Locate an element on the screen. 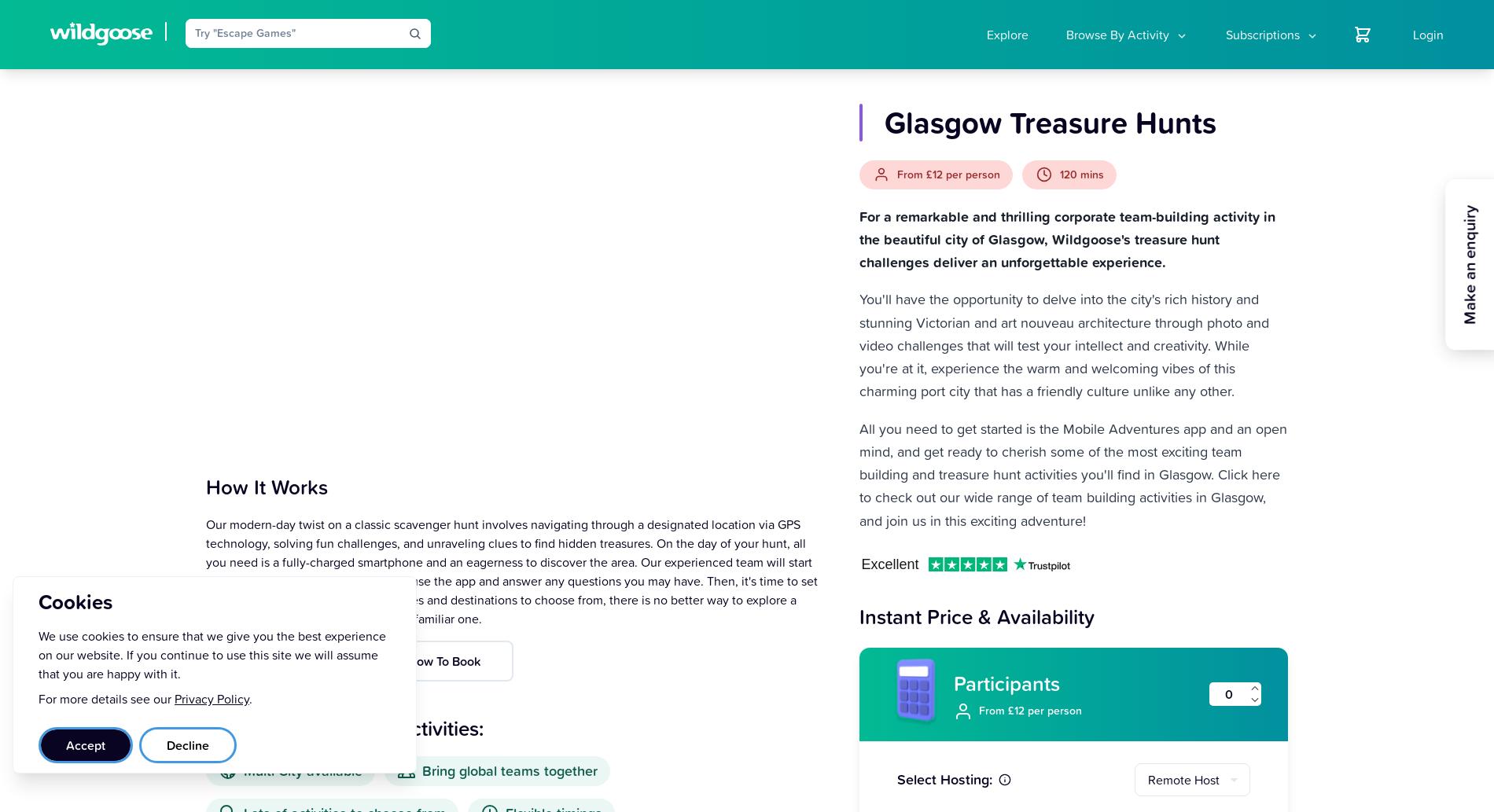 This screenshot has height=812, width=1494. 'Virtual Escape Rooms' is located at coordinates (1114, 216).